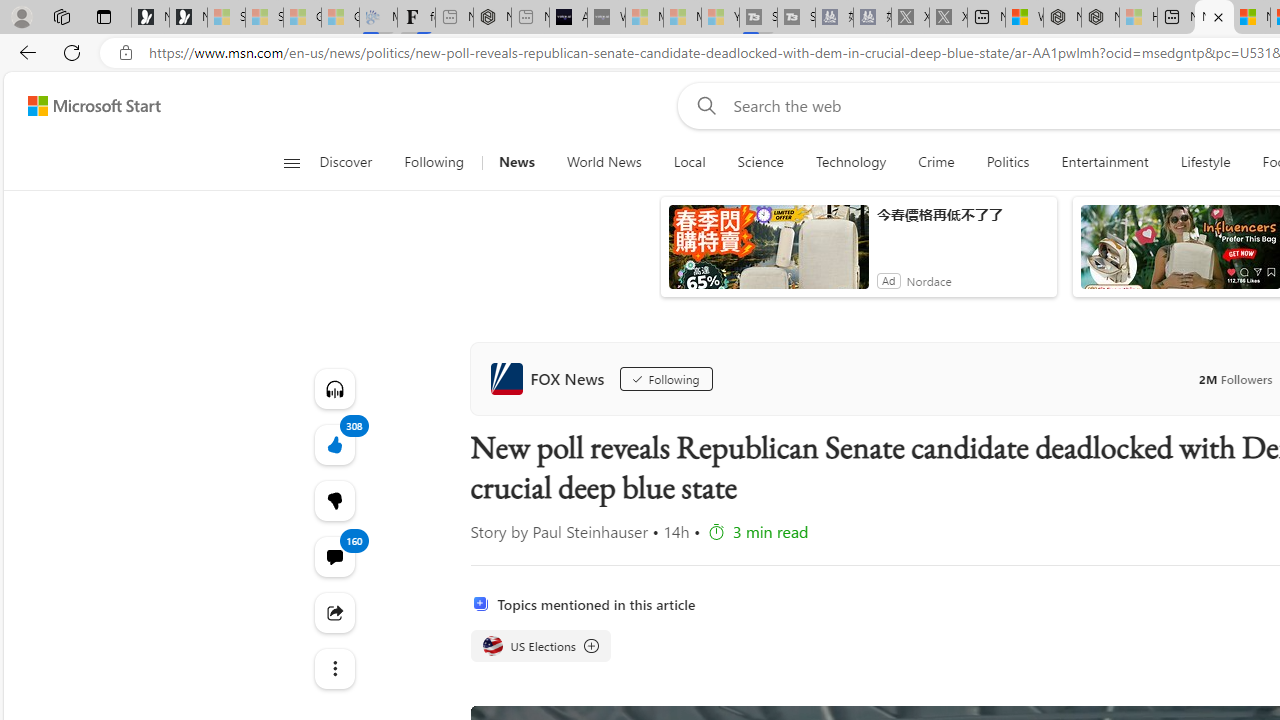  I want to click on 'More like this308Fewer like thisView comments', so click(334, 499).